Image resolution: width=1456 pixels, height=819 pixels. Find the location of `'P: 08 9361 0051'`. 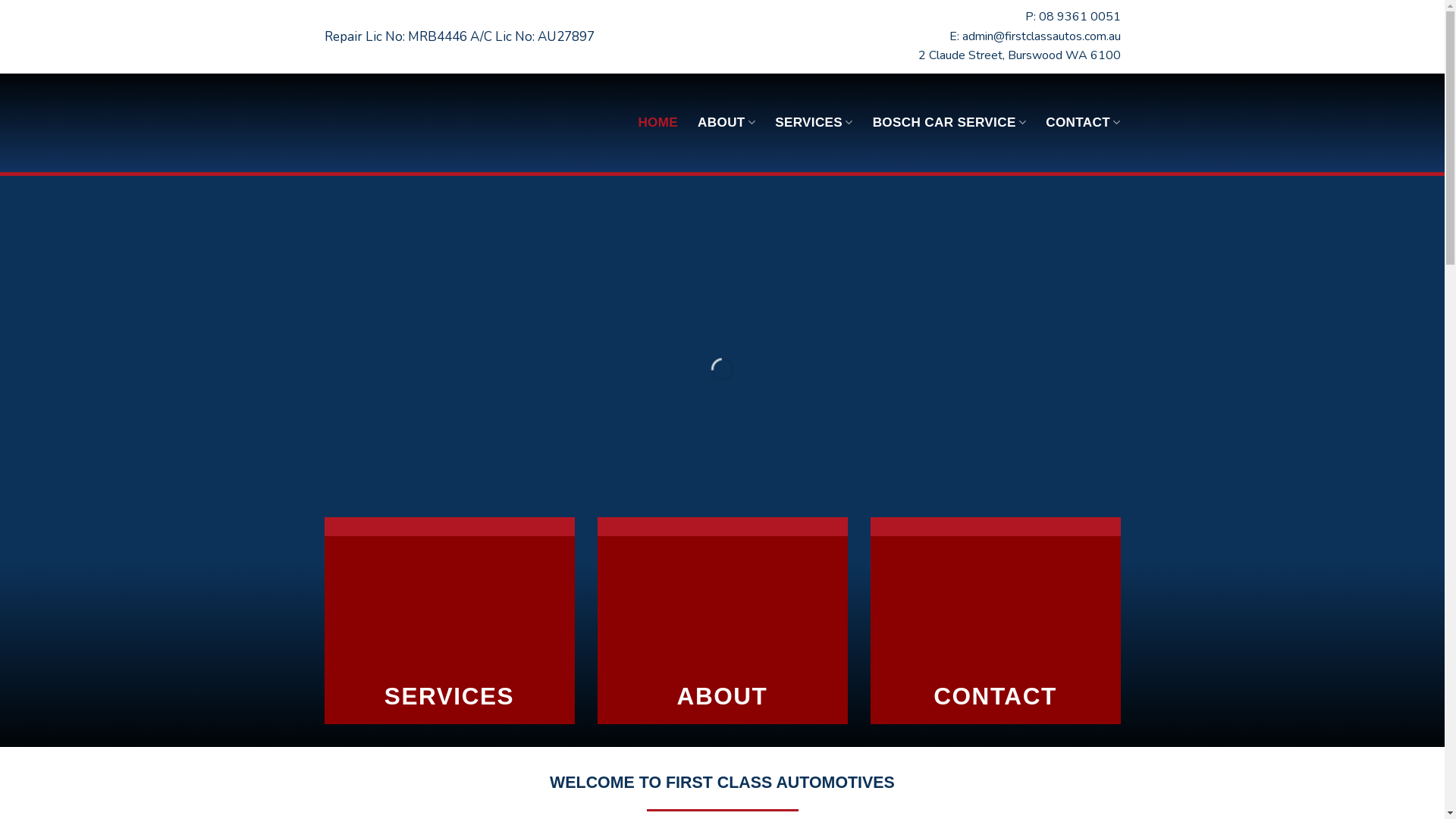

'P: 08 9361 0051' is located at coordinates (1025, 17).